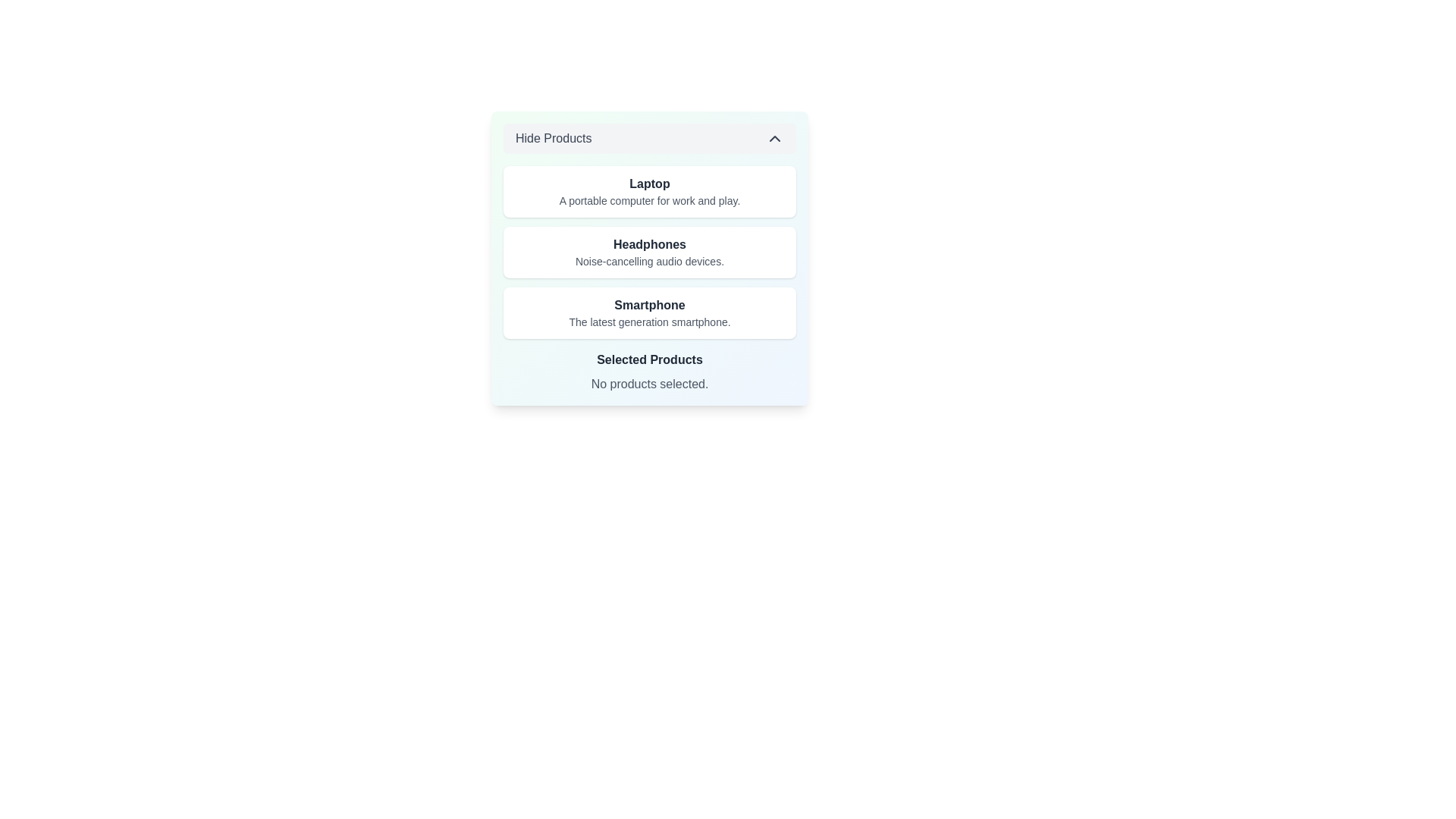 The height and width of the screenshot is (819, 1456). I want to click on to select the product card titled 'Smartphone', which is the third item in a vertical list of product cards, so click(650, 312).